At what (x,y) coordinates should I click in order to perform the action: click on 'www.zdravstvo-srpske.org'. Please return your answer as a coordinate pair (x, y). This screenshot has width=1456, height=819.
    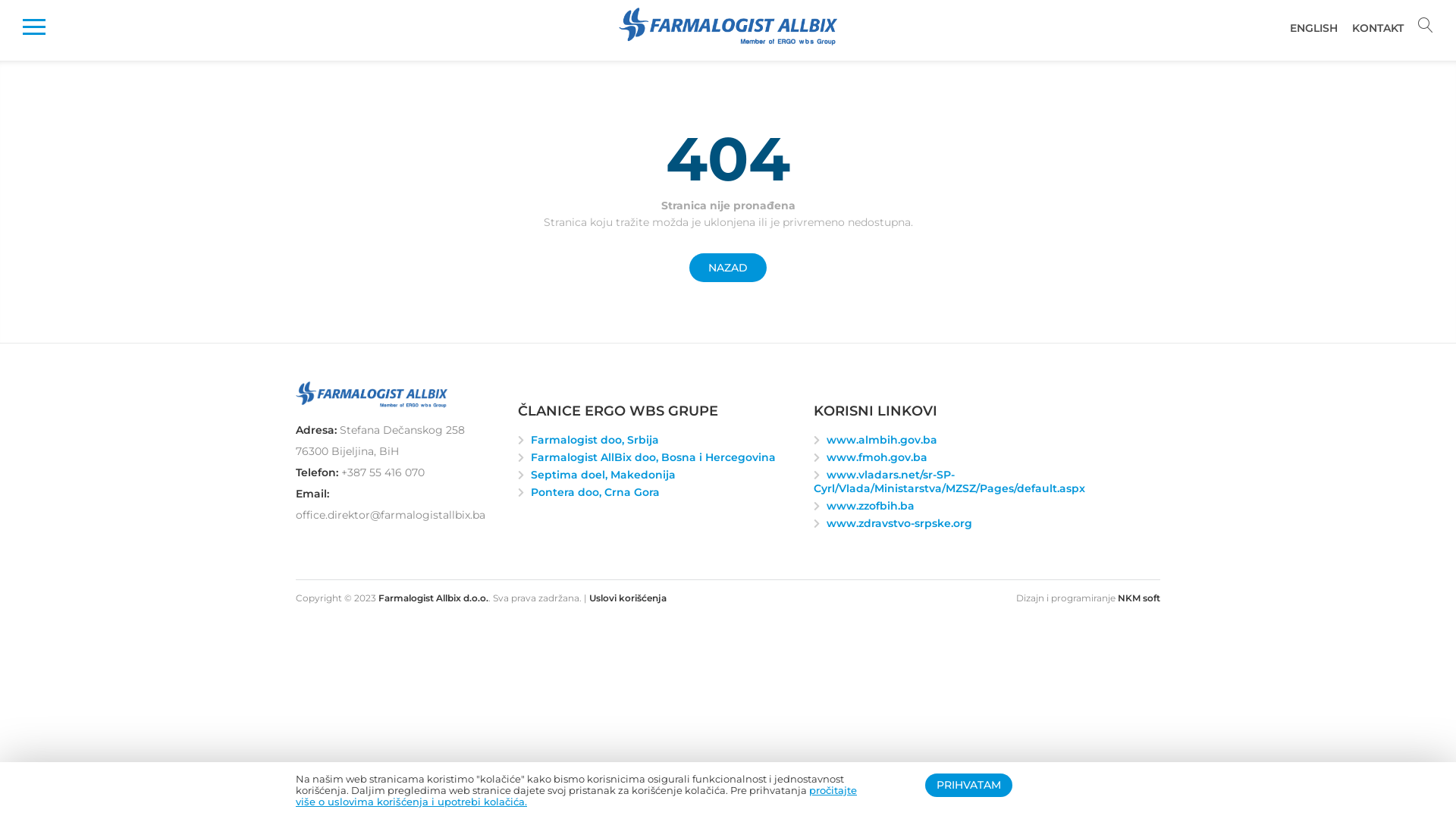
    Looking at the image, I should click on (899, 522).